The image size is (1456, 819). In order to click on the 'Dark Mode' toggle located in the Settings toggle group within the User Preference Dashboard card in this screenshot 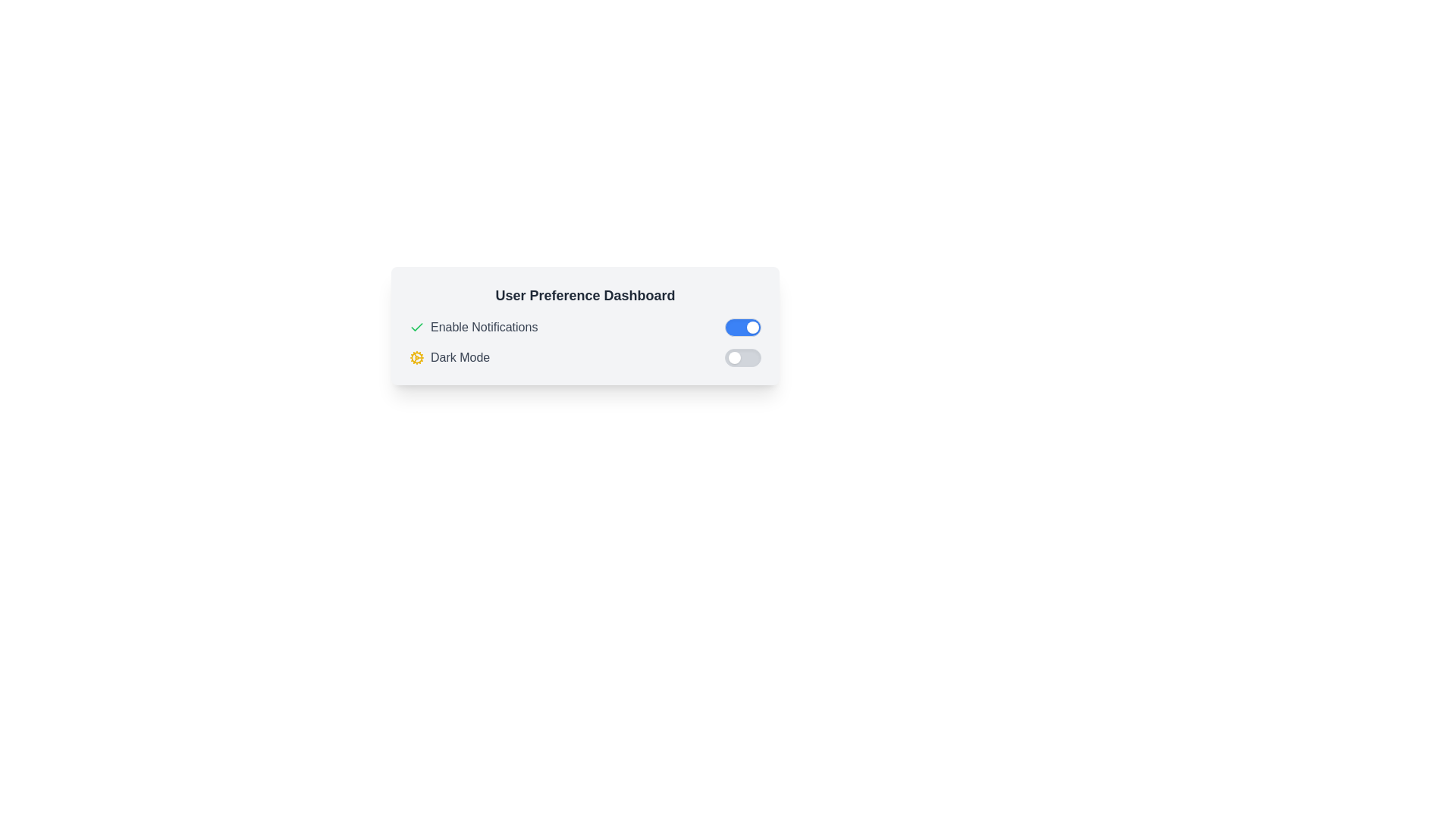, I will do `click(585, 342)`.